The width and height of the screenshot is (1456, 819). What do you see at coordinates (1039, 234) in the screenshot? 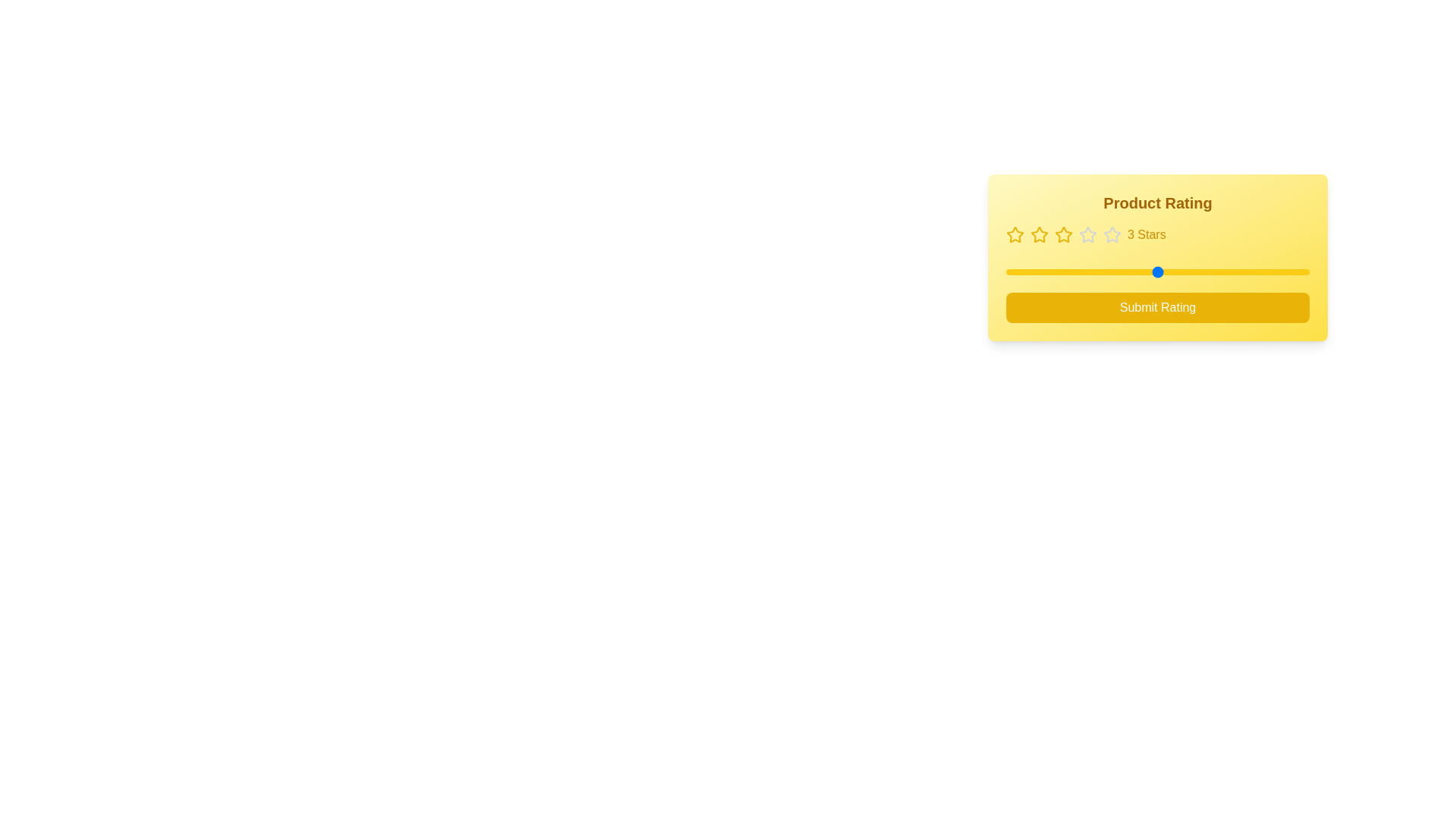
I see `the filled yellow star icon, which is the second star in a row of five under the 'Product Rating' heading` at bounding box center [1039, 234].